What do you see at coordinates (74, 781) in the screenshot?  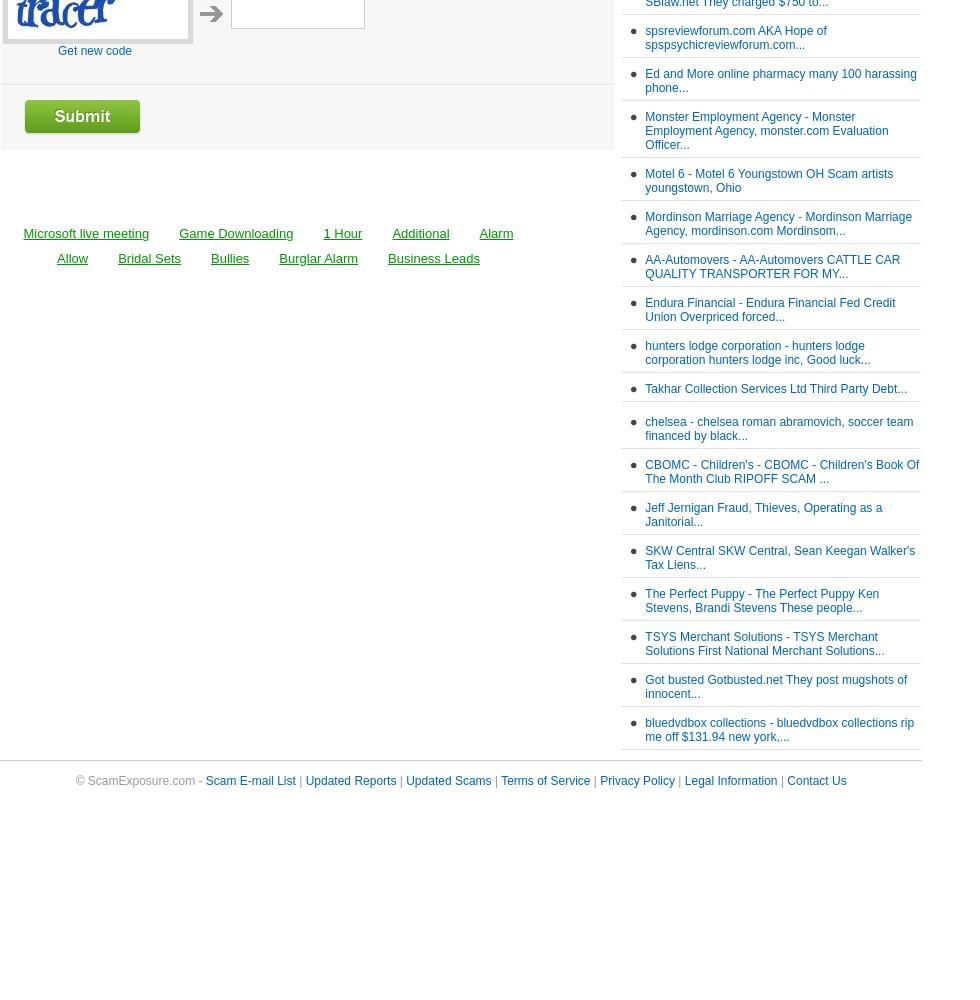 I see `'© ScamExposure.com -'` at bounding box center [74, 781].